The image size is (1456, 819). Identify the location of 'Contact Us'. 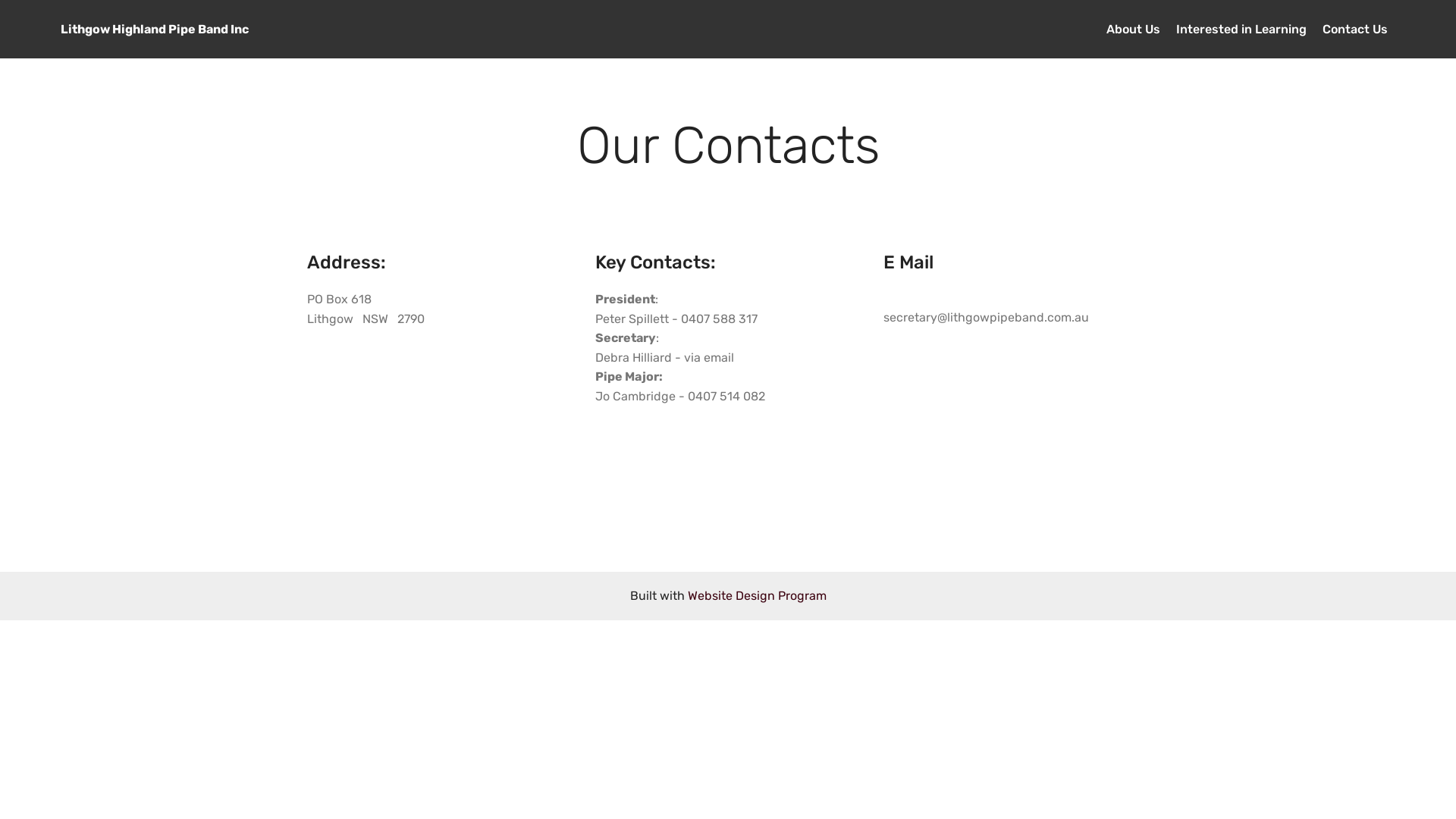
(1321, 29).